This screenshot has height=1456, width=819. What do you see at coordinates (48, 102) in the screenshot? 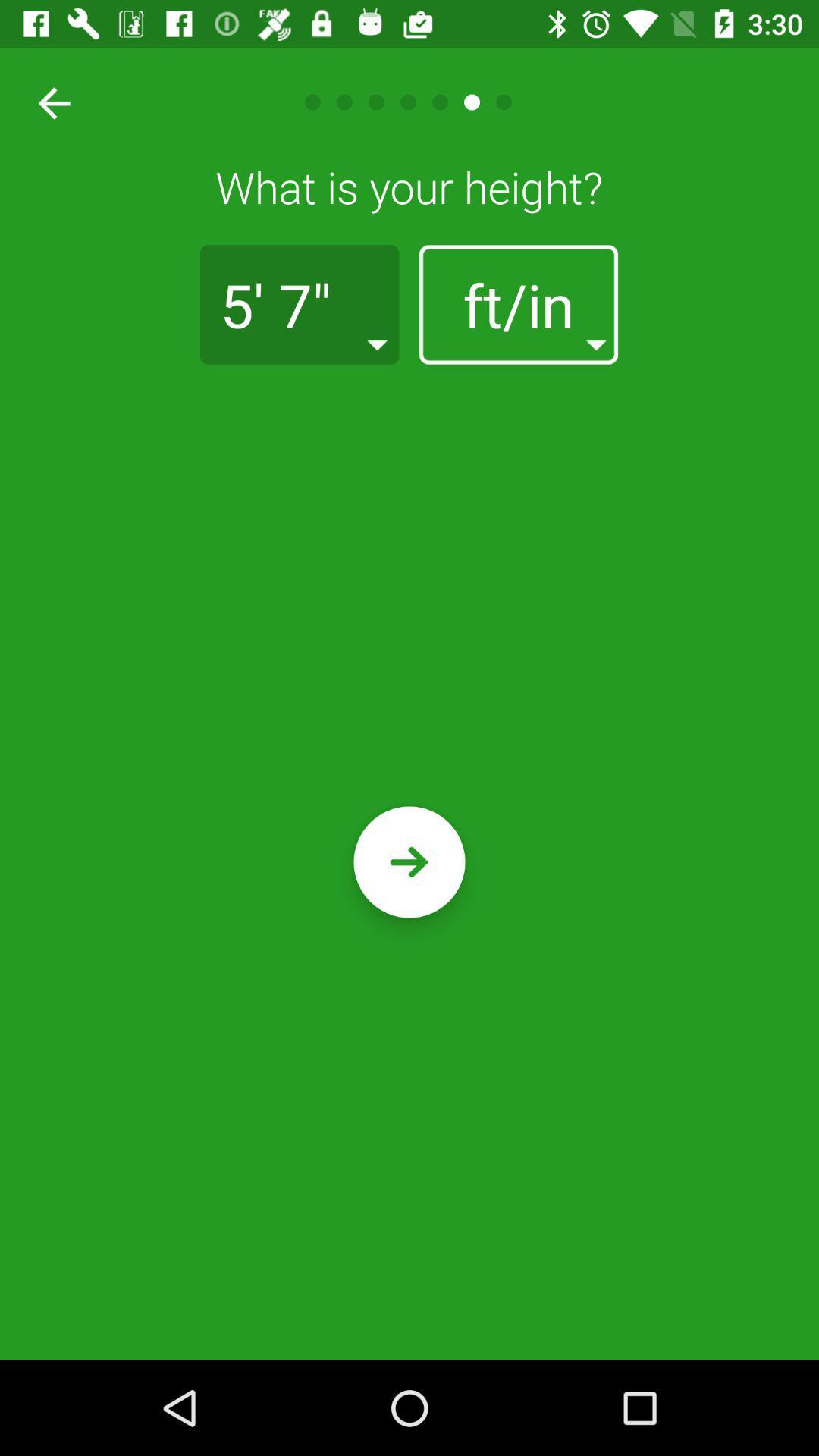
I see `go back` at bounding box center [48, 102].